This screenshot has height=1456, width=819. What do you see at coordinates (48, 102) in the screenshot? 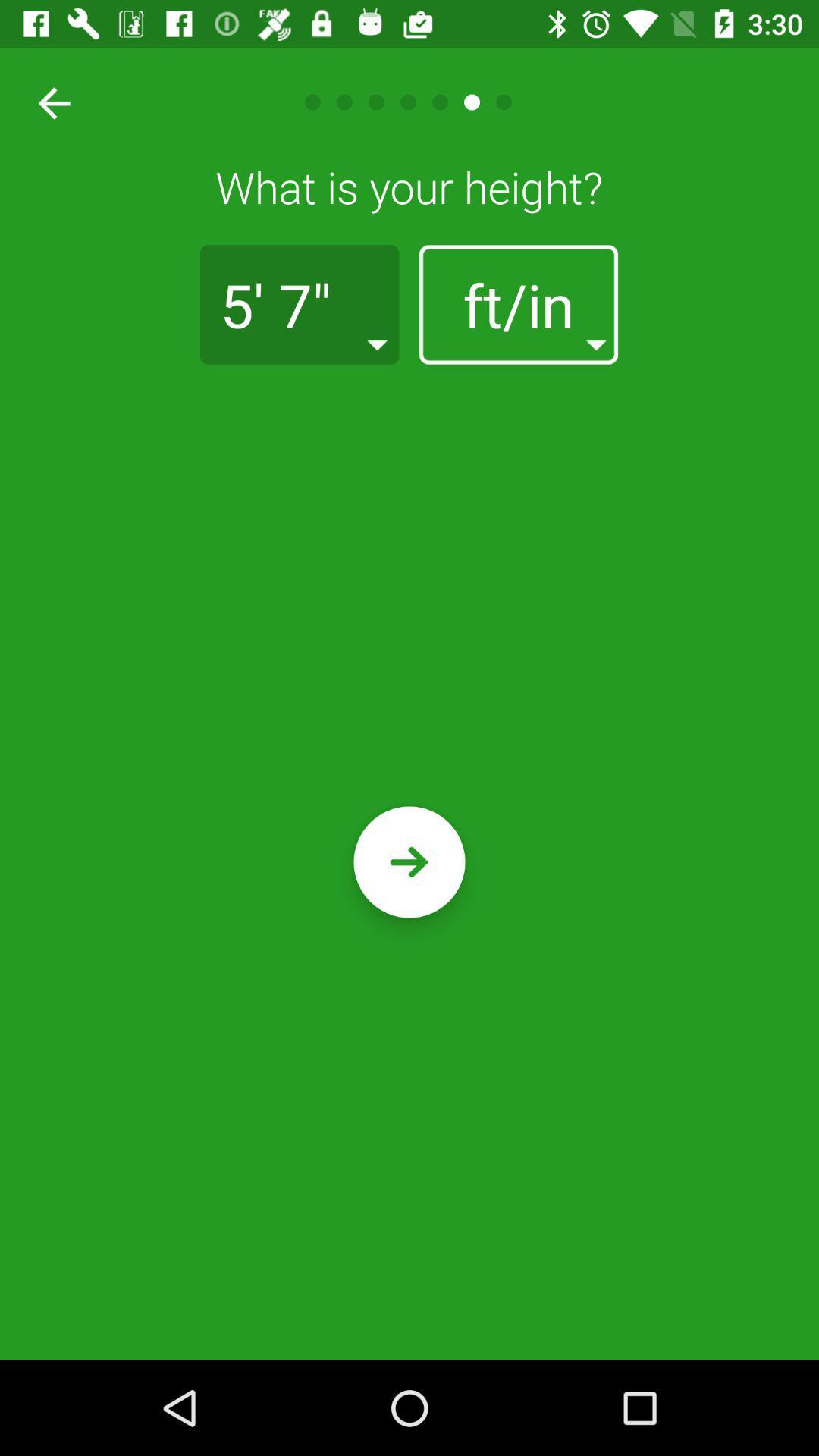
I see `go back` at bounding box center [48, 102].